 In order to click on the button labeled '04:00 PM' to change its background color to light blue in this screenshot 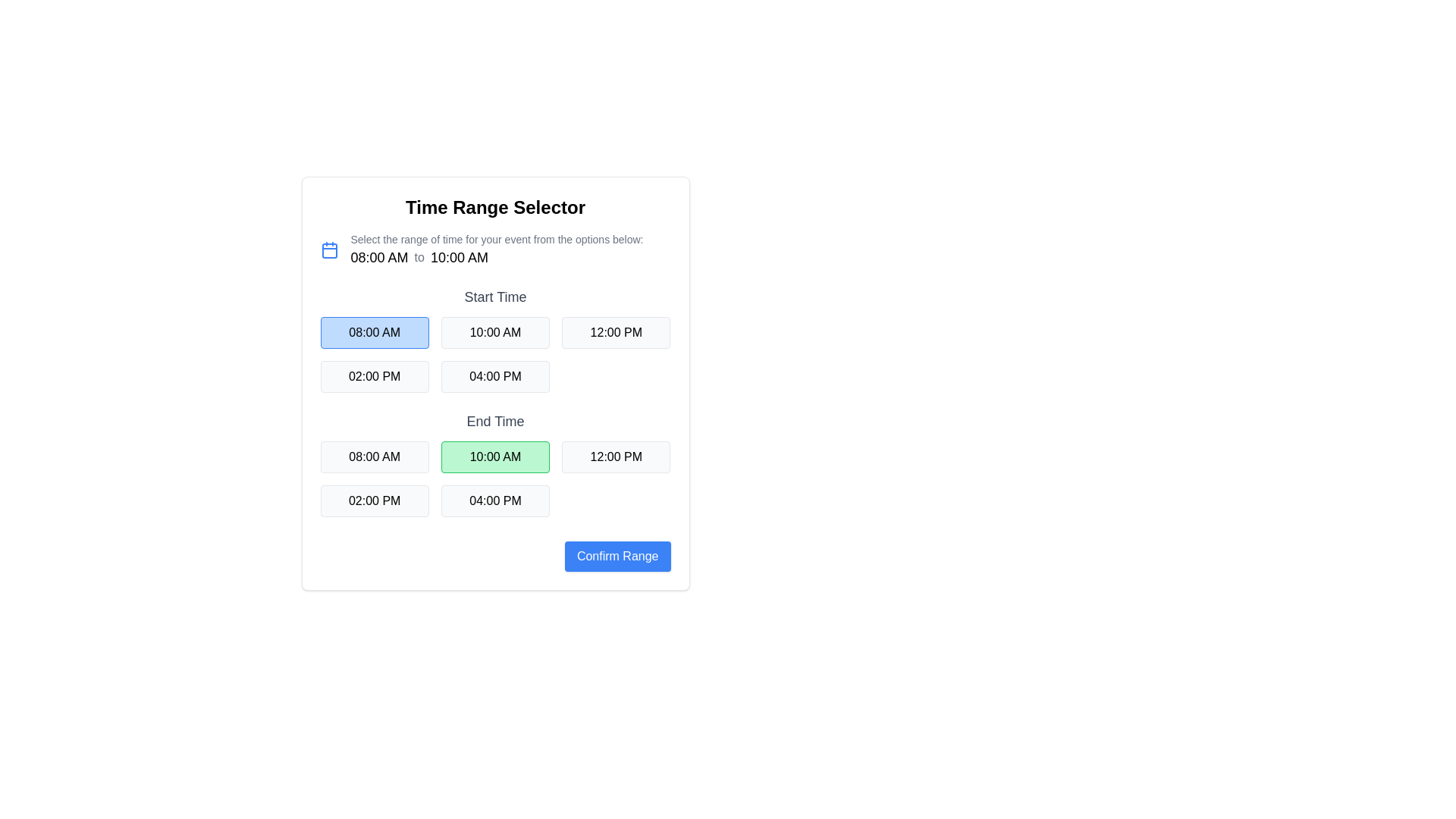, I will do `click(495, 376)`.